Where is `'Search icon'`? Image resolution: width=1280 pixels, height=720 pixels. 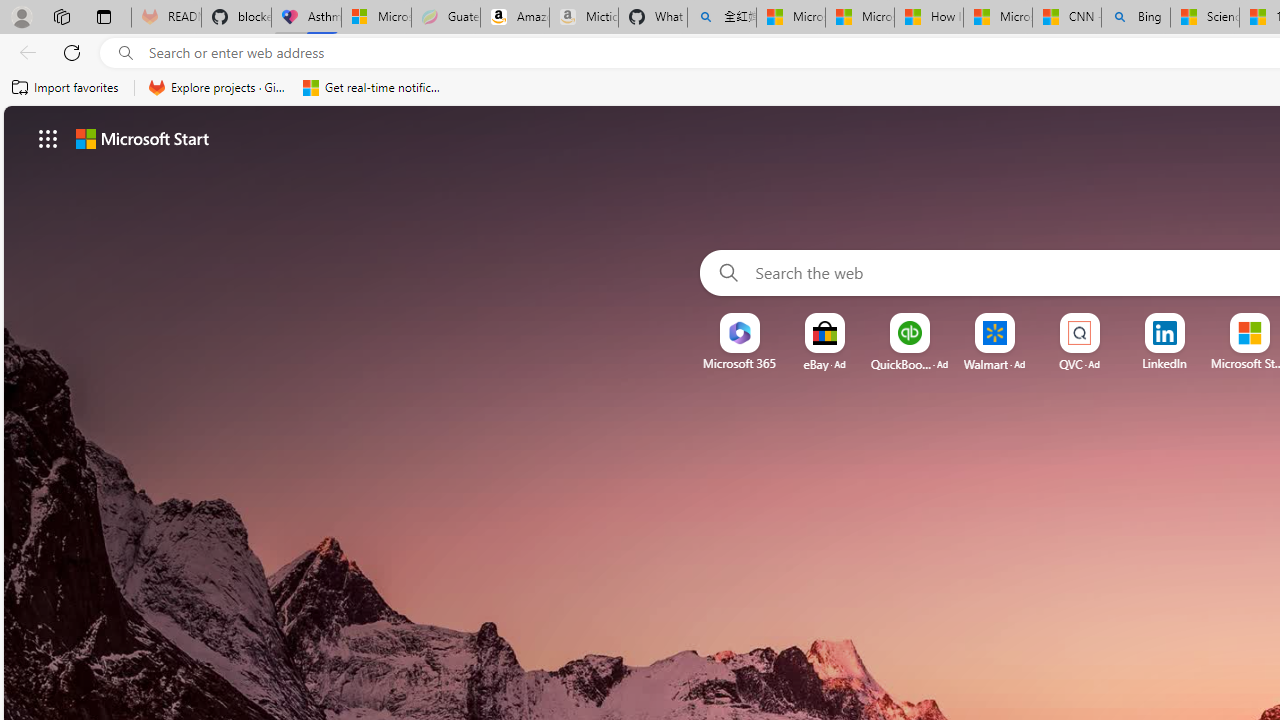
'Search icon' is located at coordinates (125, 52).